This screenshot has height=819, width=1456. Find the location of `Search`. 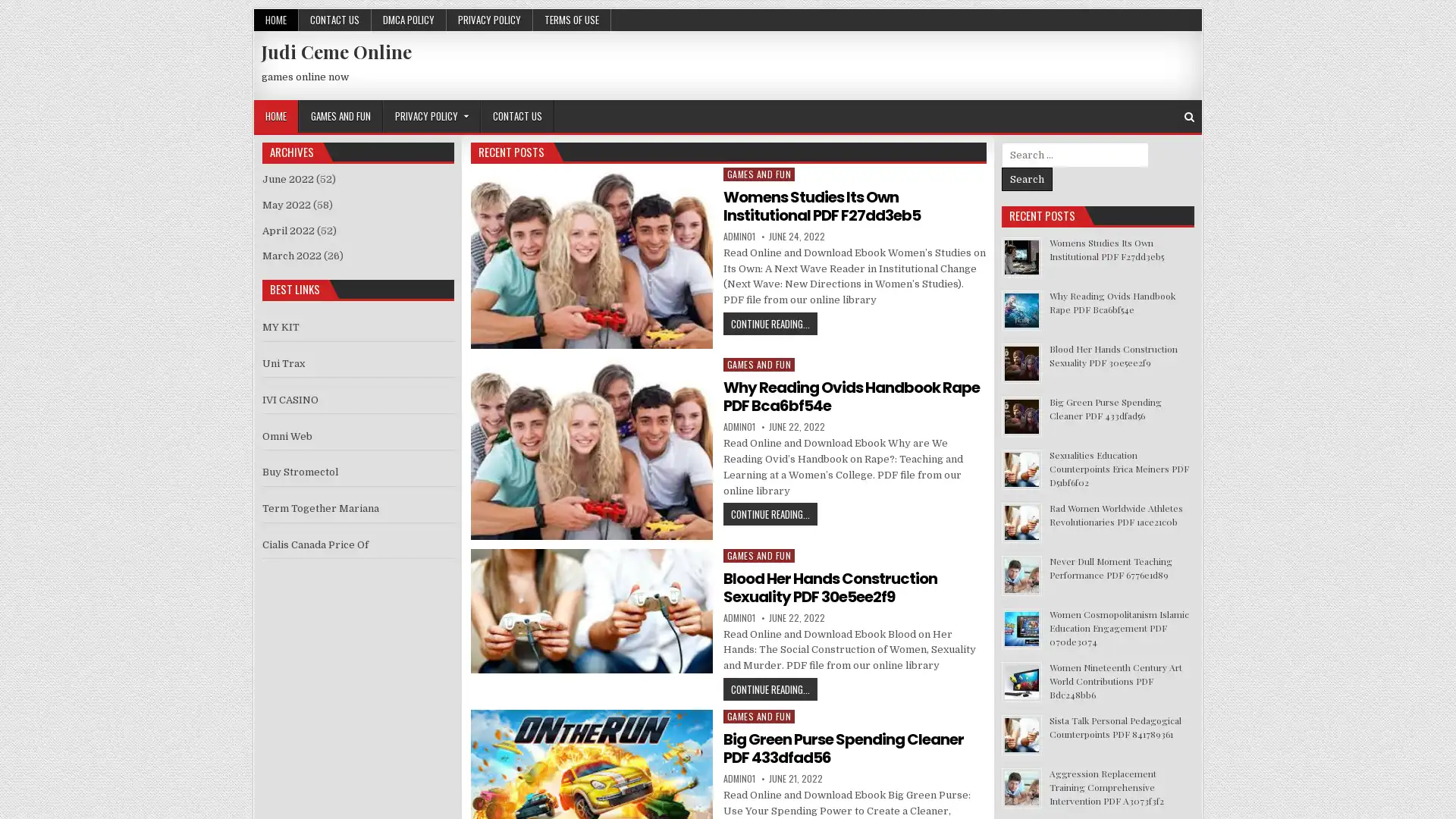

Search is located at coordinates (1027, 178).